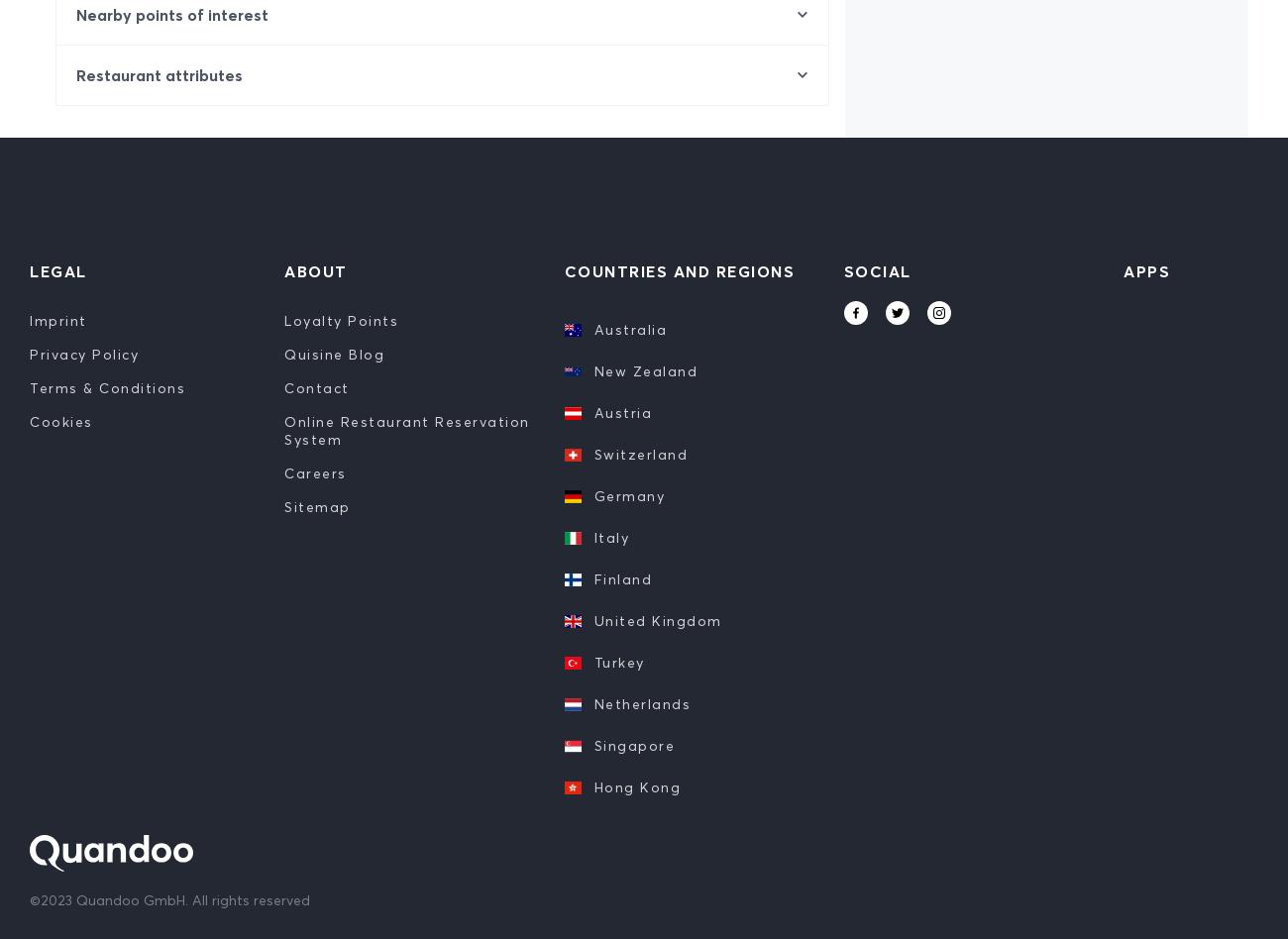  Describe the element at coordinates (618, 662) in the screenshot. I see `'Turkey'` at that location.